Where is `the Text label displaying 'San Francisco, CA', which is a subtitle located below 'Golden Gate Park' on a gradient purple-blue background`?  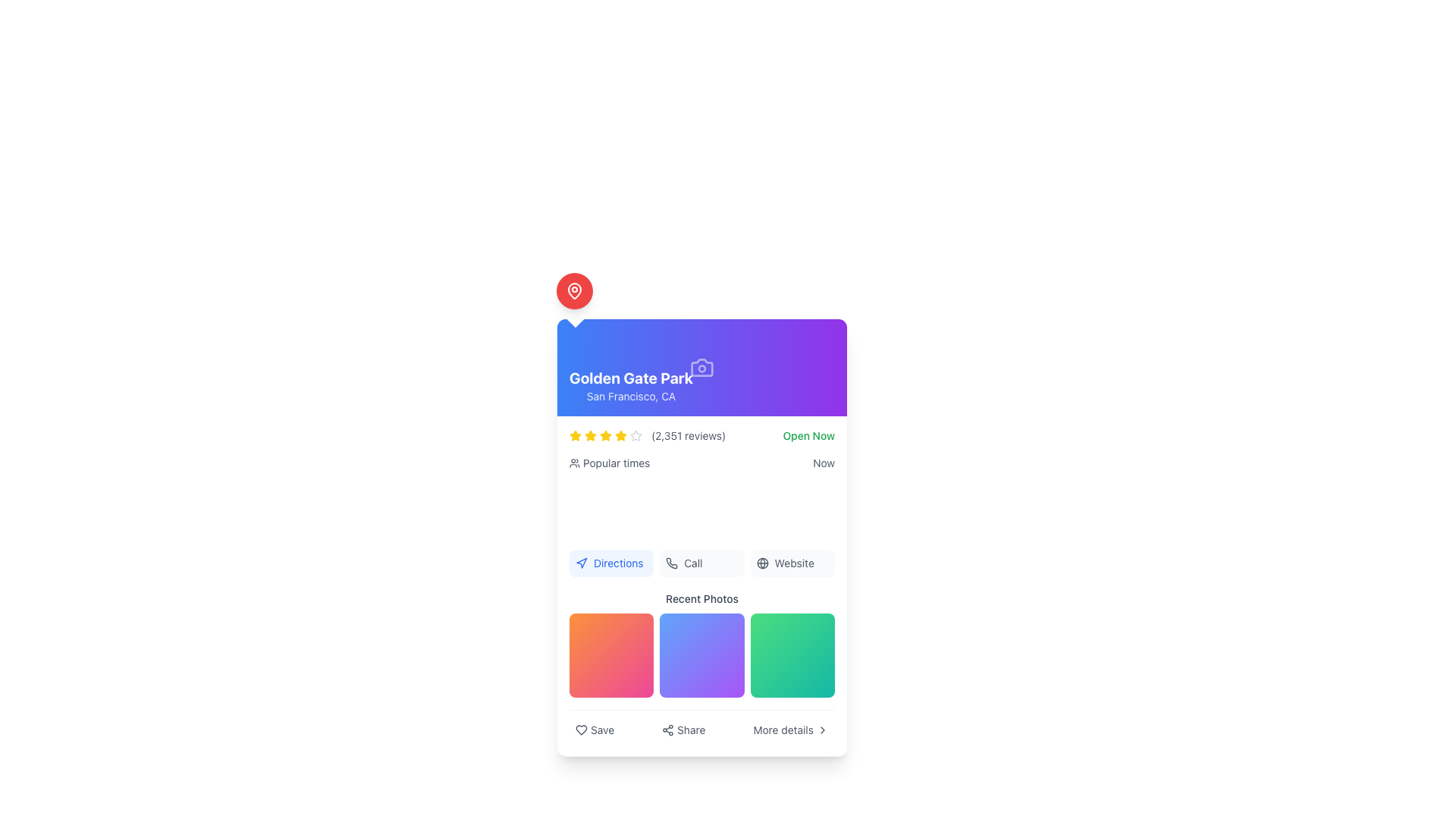 the Text label displaying 'San Francisco, CA', which is a subtitle located below 'Golden Gate Park' on a gradient purple-blue background is located at coordinates (631, 396).